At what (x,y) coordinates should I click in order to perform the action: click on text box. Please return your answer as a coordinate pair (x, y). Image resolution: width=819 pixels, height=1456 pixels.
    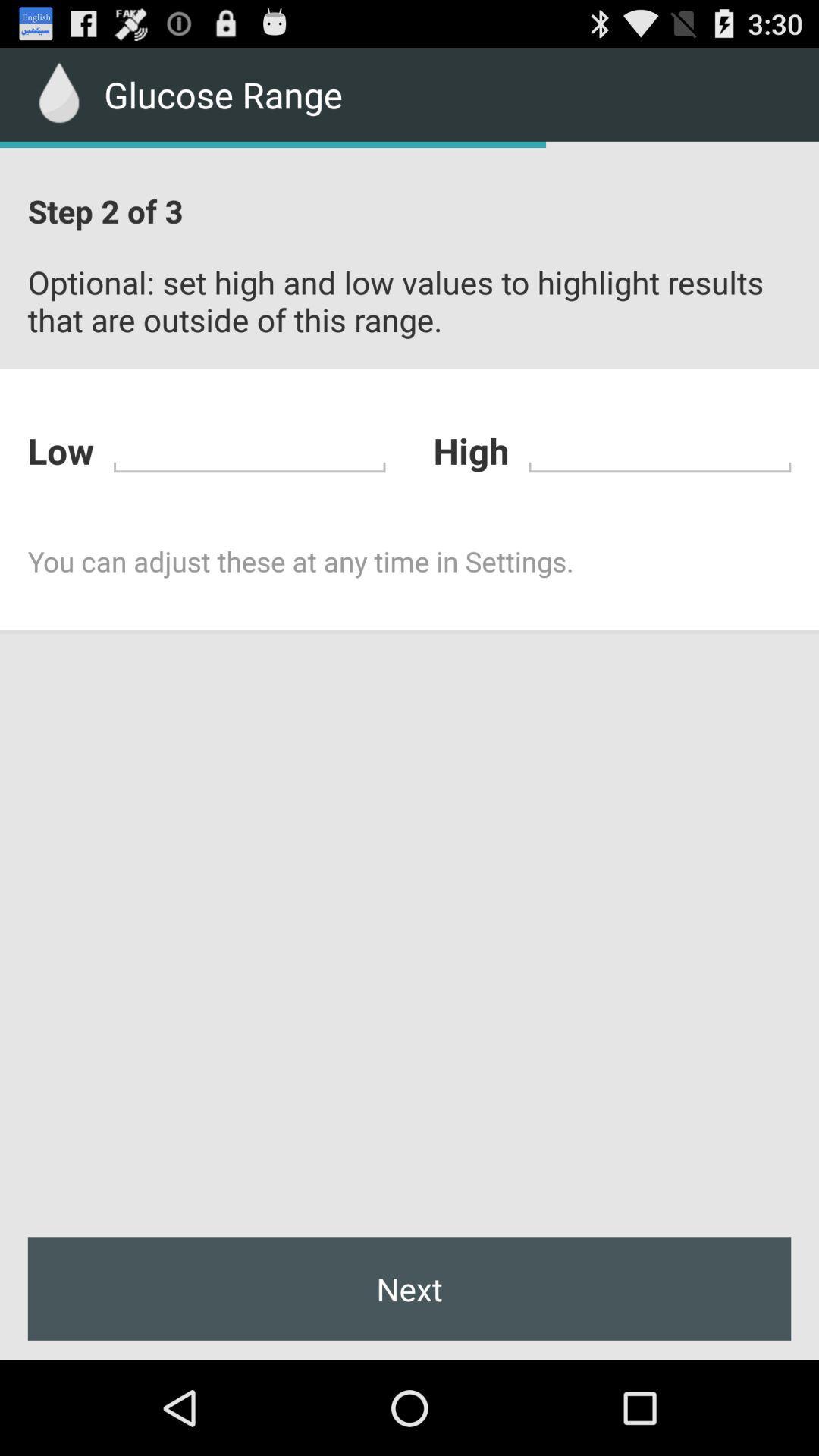
    Looking at the image, I should click on (659, 447).